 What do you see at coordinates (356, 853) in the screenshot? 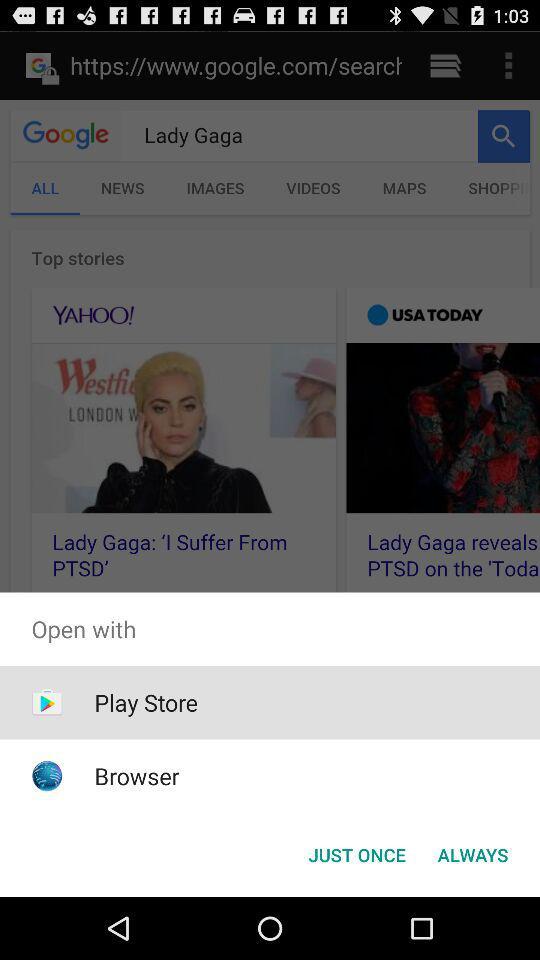
I see `the button to the left of the always item` at bounding box center [356, 853].